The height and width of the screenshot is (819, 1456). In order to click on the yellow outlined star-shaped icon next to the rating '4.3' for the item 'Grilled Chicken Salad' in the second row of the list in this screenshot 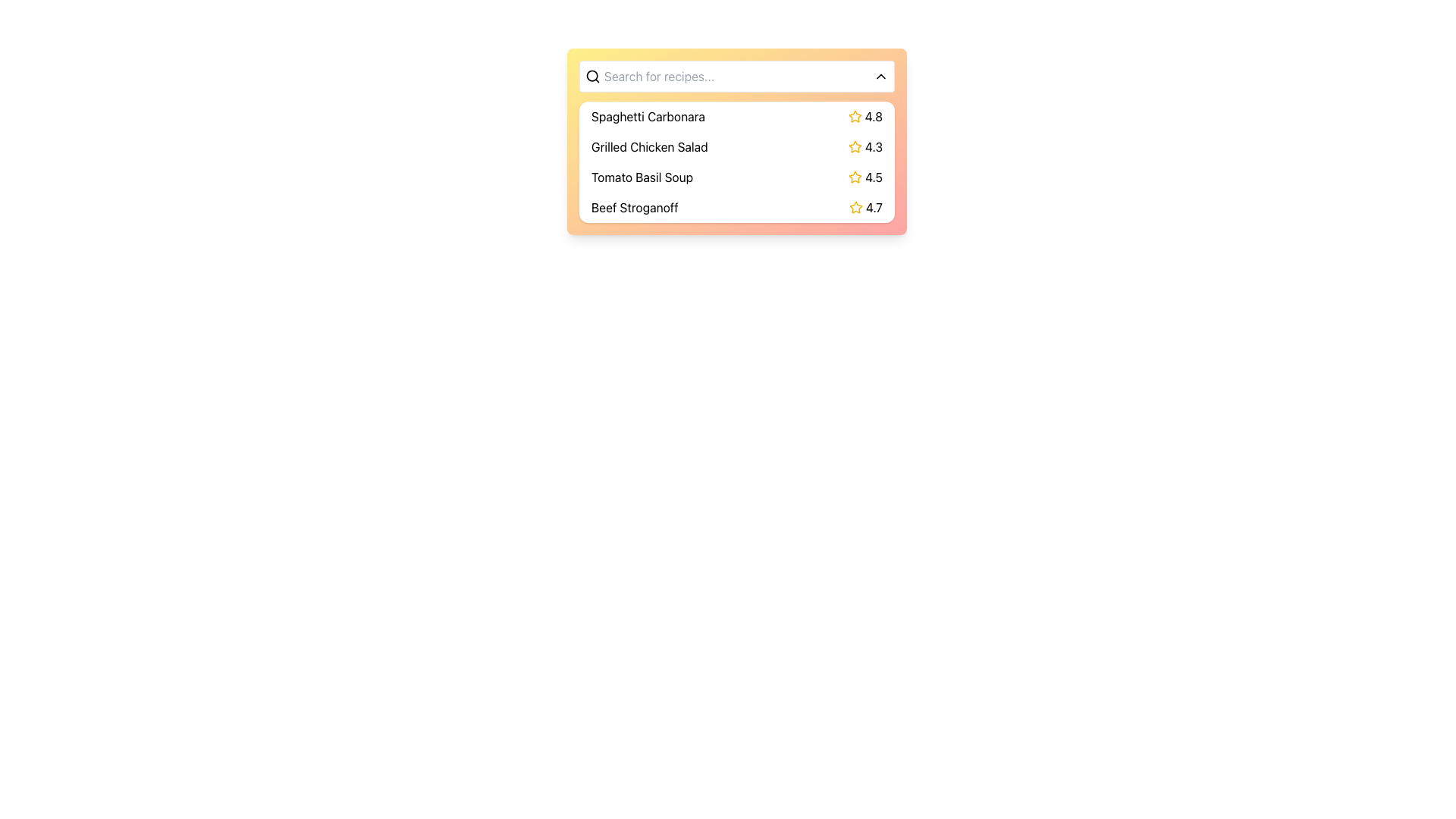, I will do `click(855, 146)`.